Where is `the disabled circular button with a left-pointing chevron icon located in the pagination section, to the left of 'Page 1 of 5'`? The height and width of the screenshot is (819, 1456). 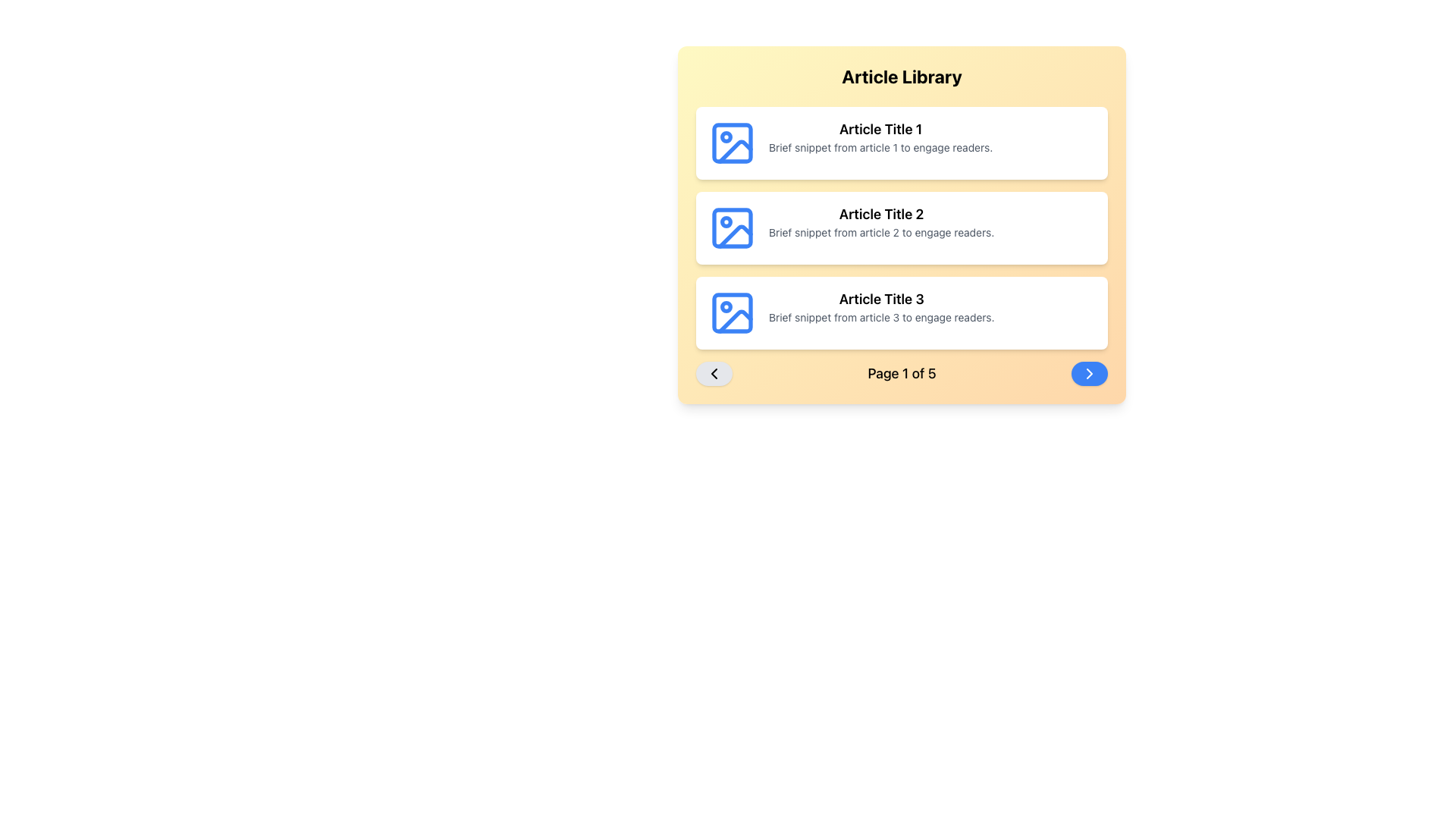 the disabled circular button with a left-pointing chevron icon located in the pagination section, to the left of 'Page 1 of 5' is located at coordinates (713, 374).